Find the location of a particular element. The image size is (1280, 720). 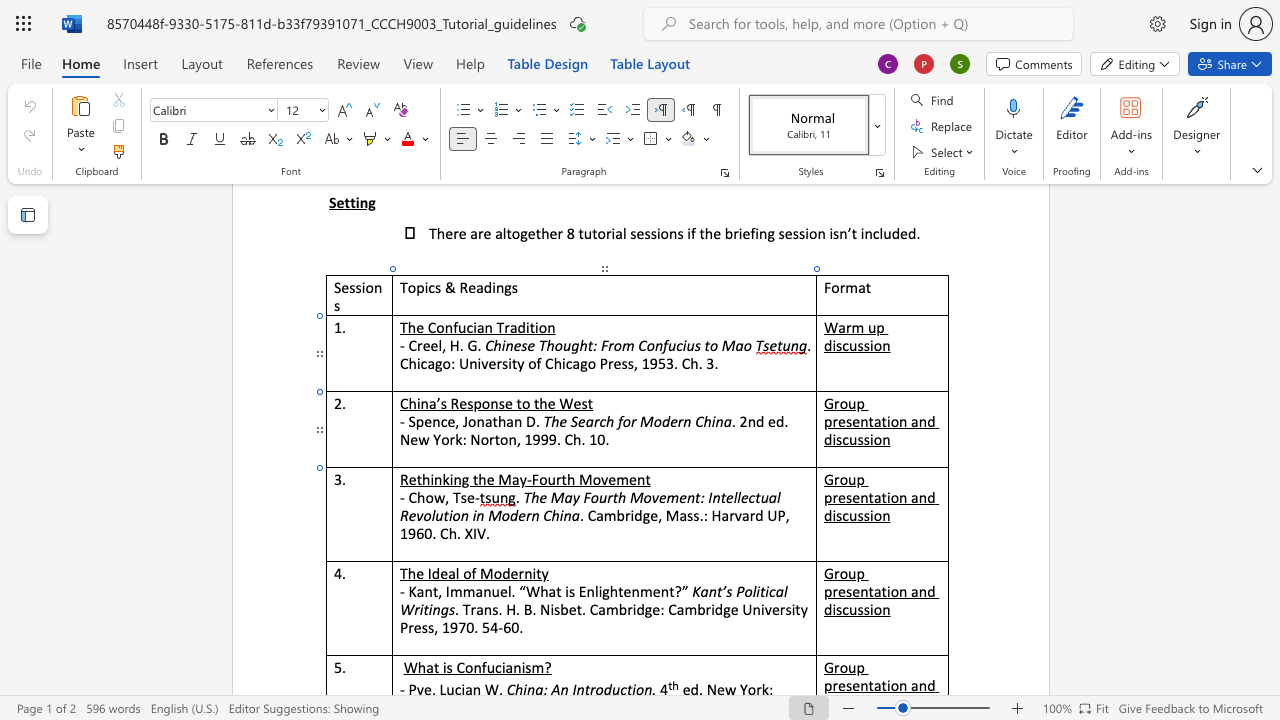

the space between the continuous character "w" and "," in the text is located at coordinates (442, 496).